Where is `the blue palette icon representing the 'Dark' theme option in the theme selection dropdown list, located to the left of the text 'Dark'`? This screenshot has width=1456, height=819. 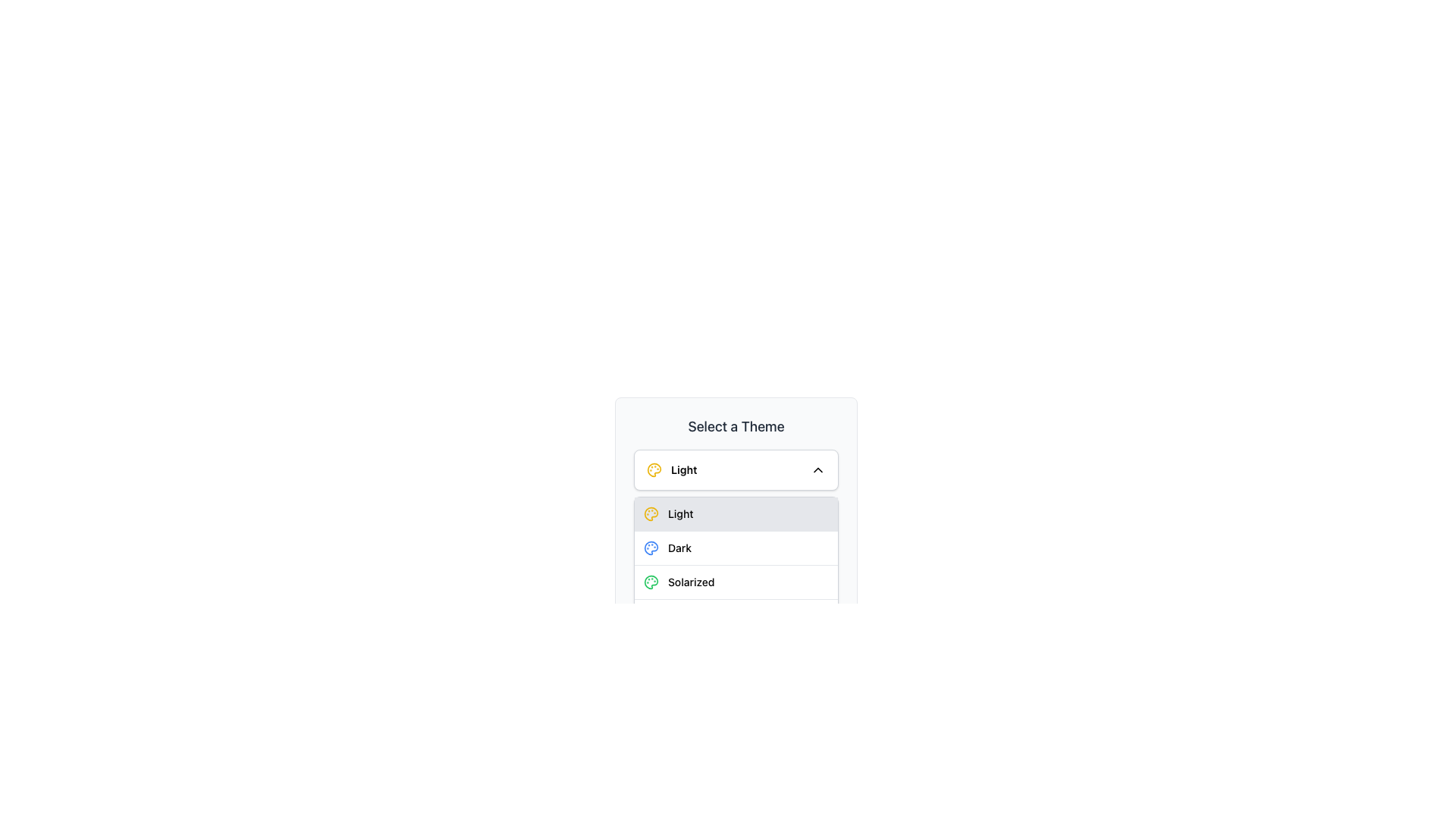 the blue palette icon representing the 'Dark' theme option in the theme selection dropdown list, located to the left of the text 'Dark' is located at coordinates (651, 548).